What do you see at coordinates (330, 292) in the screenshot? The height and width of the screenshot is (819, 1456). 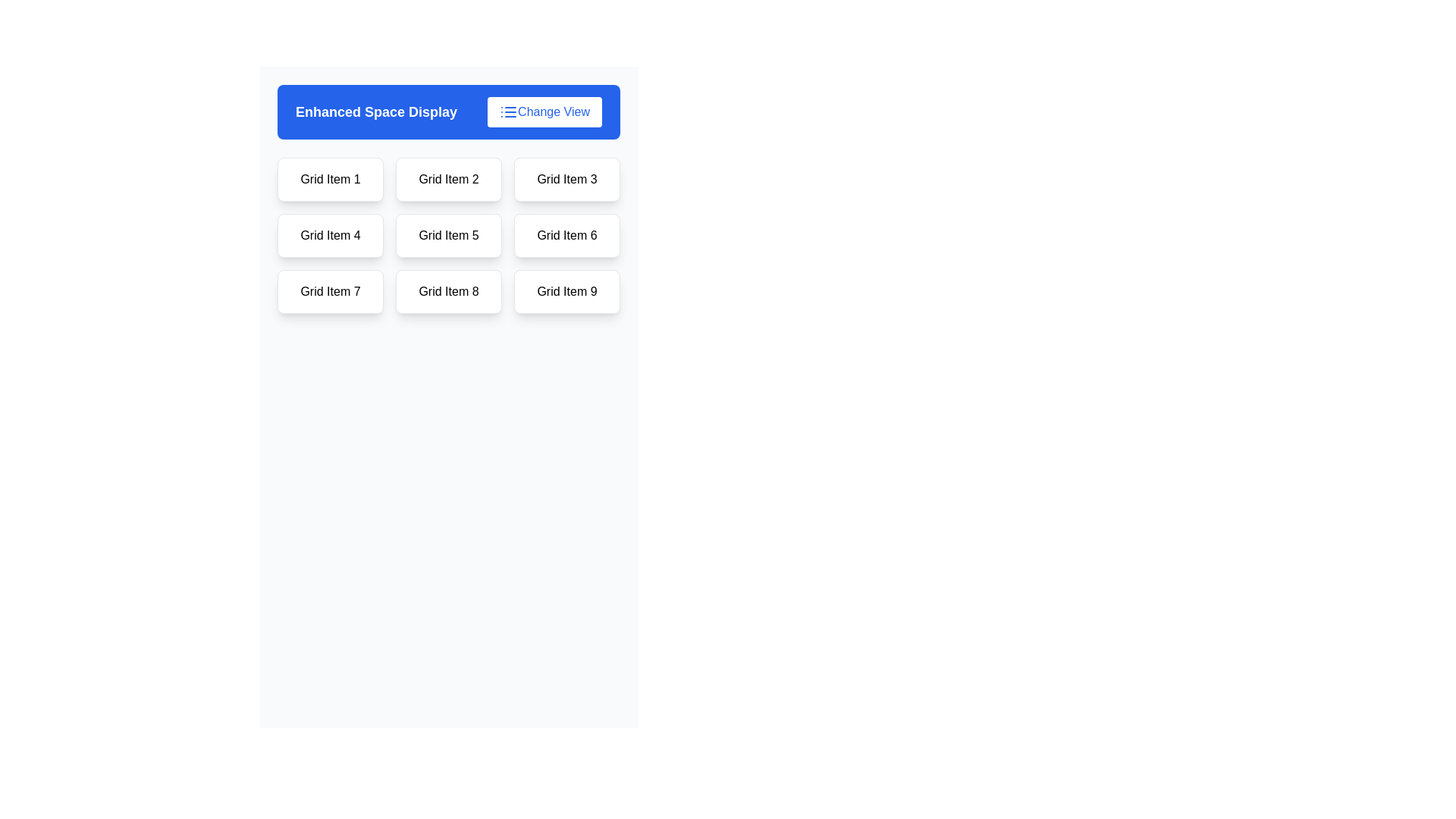 I see `the static display card located in the third row, first column of the grid layout, which visually represents a specific item` at bounding box center [330, 292].